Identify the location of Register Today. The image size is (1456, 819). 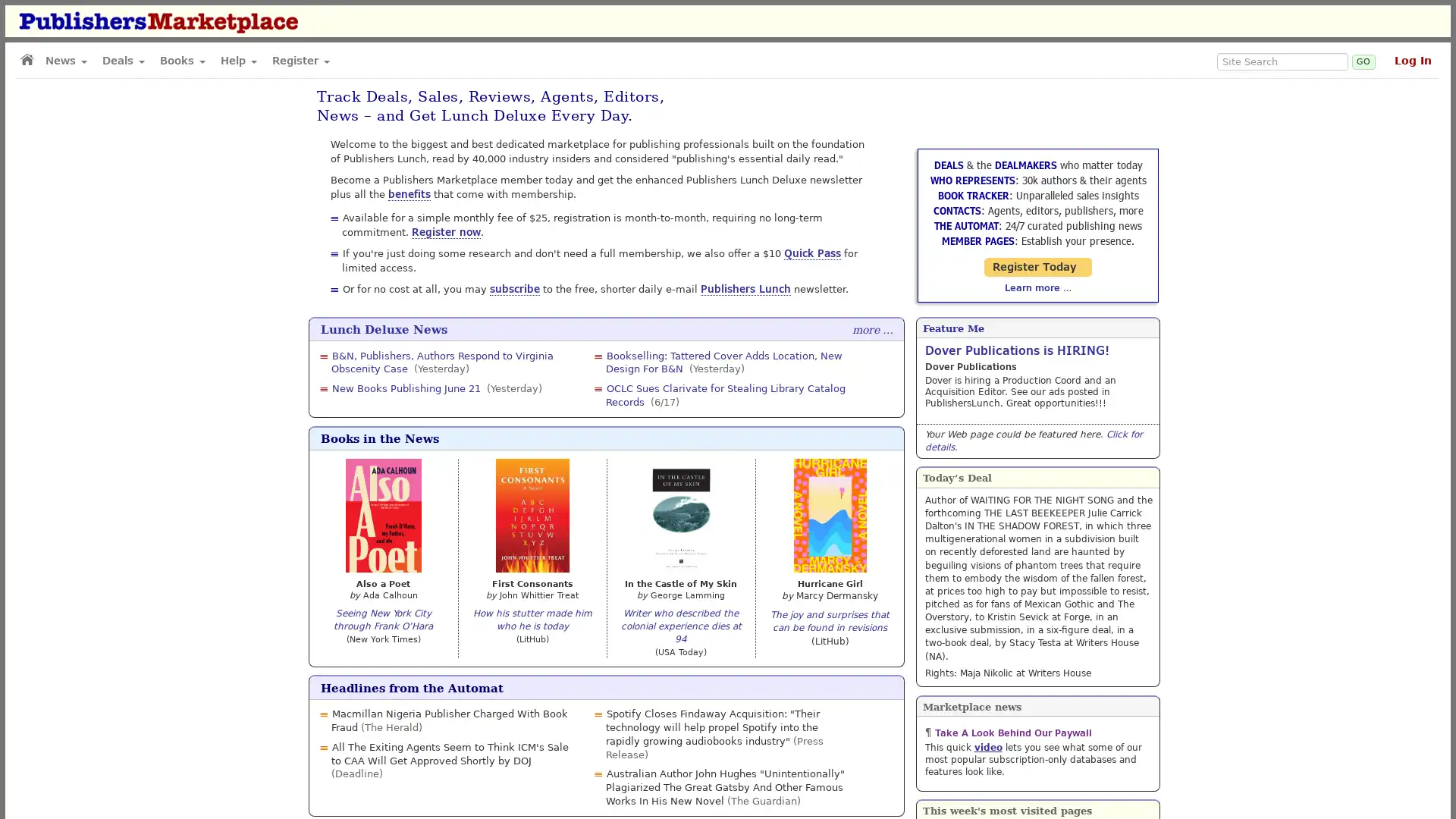
(1037, 265).